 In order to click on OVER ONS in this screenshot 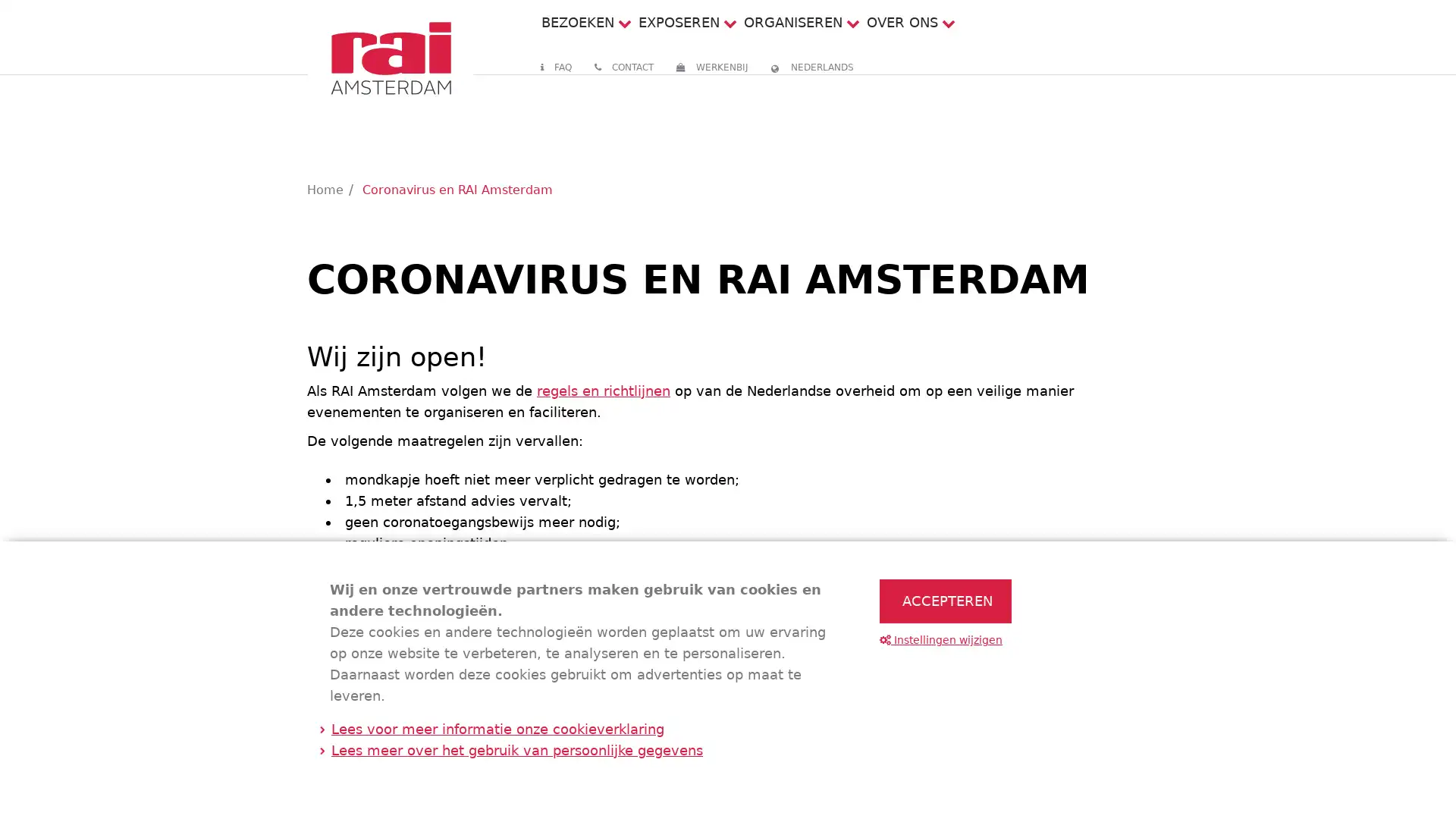, I will do `click(902, 22)`.